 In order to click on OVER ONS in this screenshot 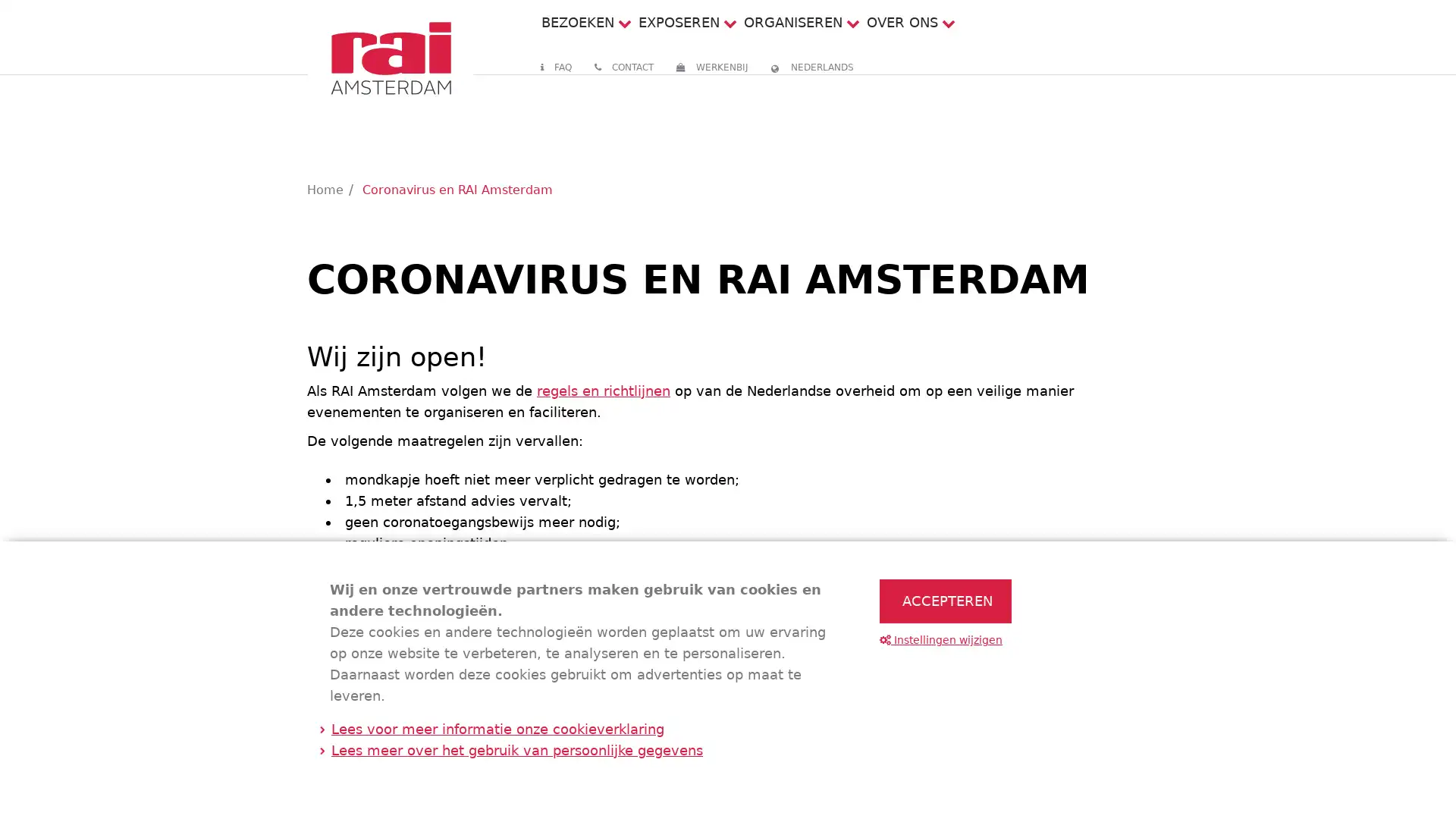, I will do `click(902, 22)`.